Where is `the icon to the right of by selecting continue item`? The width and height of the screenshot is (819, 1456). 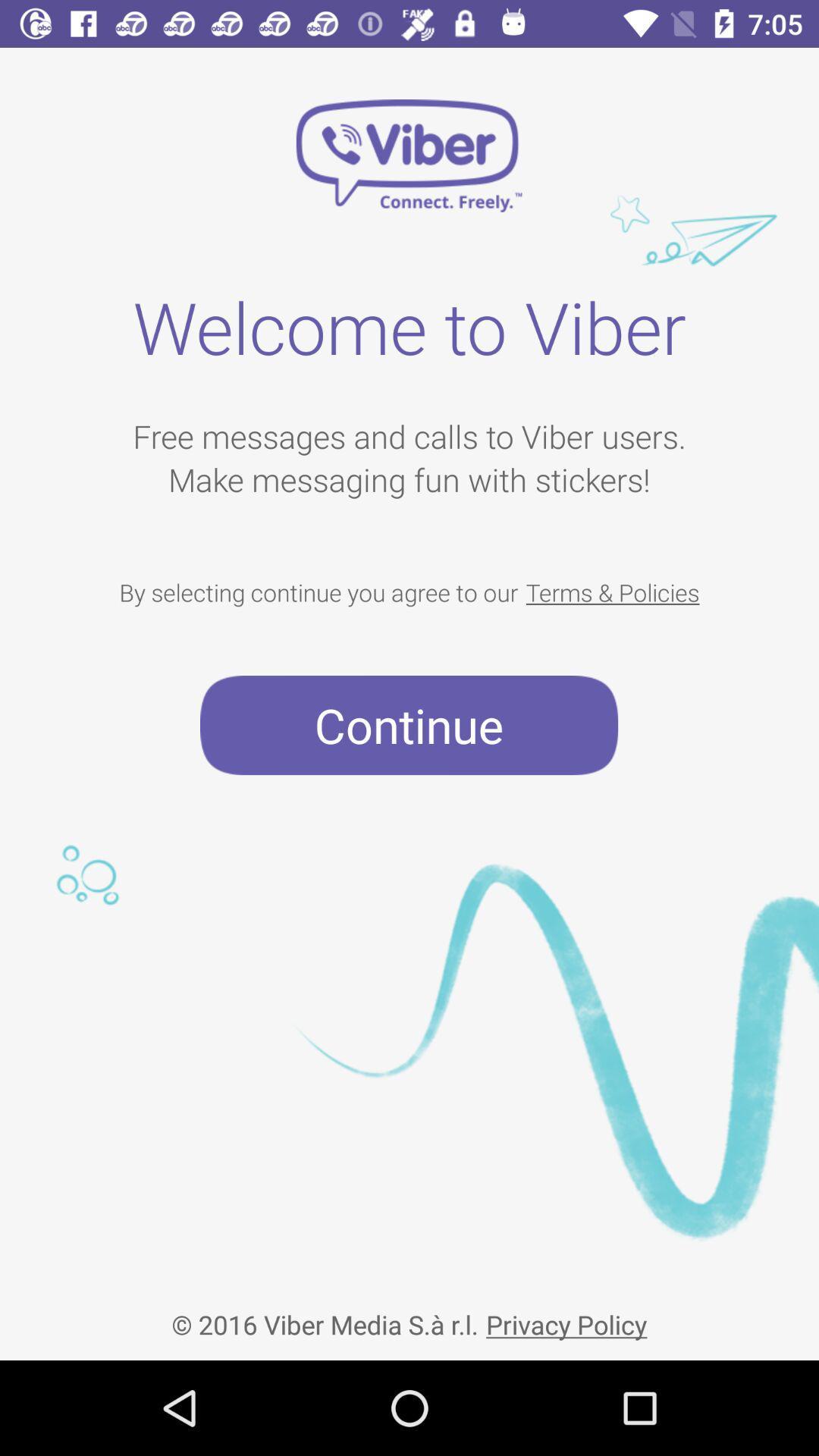
the icon to the right of by selecting continue item is located at coordinates (612, 591).